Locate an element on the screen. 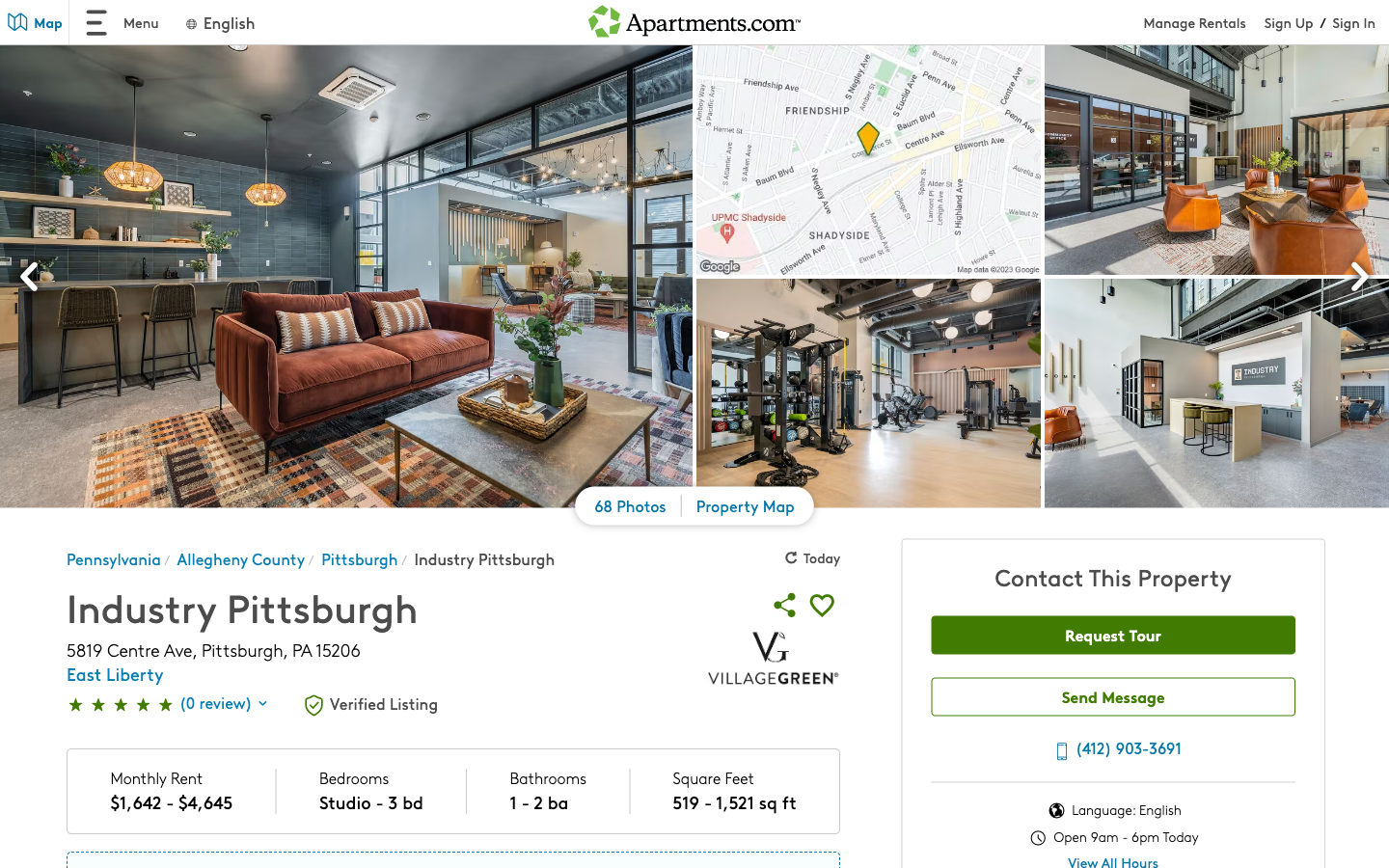 The width and height of the screenshot is (1389, 868). send messages is located at coordinates (1113, 699).